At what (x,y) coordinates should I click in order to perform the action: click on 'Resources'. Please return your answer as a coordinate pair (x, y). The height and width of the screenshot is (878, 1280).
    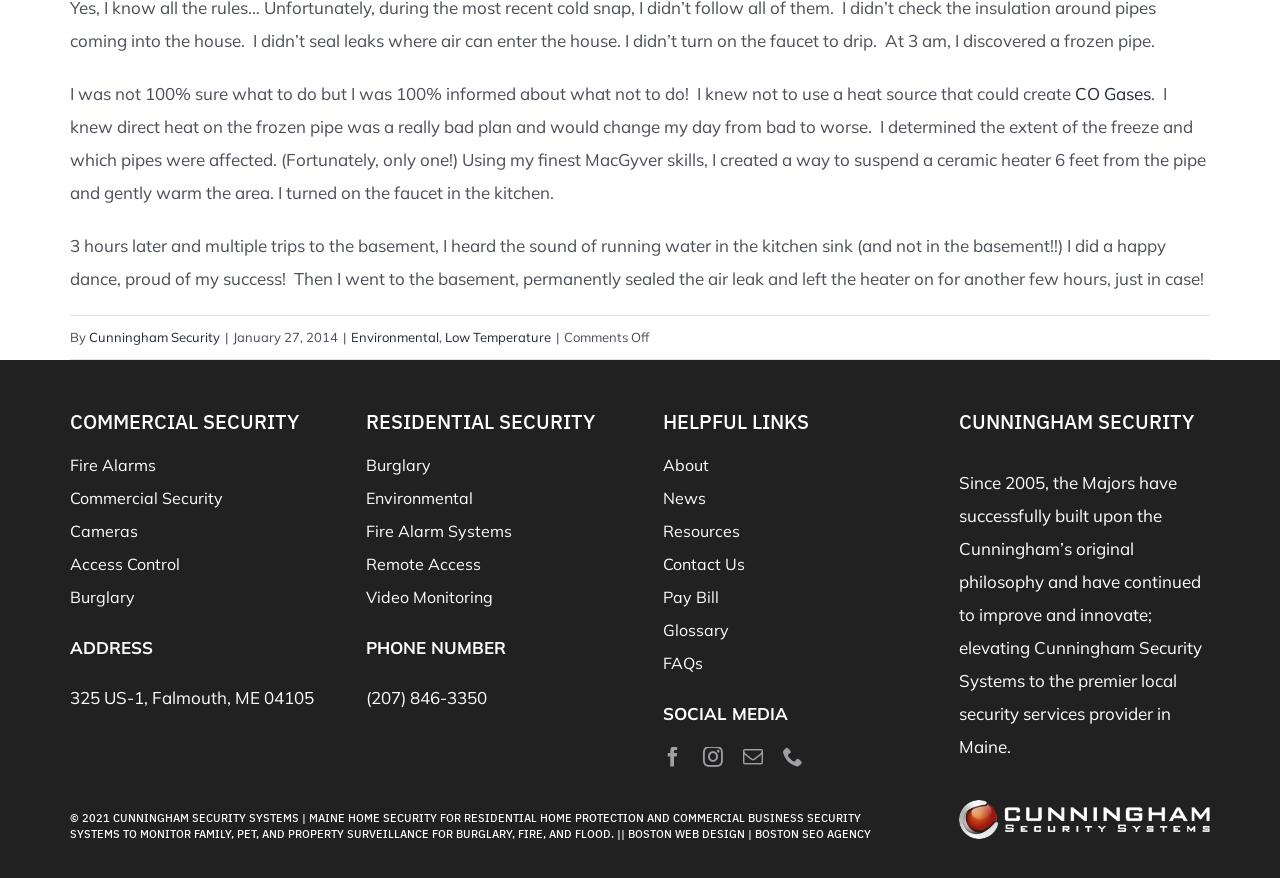
    Looking at the image, I should click on (700, 528).